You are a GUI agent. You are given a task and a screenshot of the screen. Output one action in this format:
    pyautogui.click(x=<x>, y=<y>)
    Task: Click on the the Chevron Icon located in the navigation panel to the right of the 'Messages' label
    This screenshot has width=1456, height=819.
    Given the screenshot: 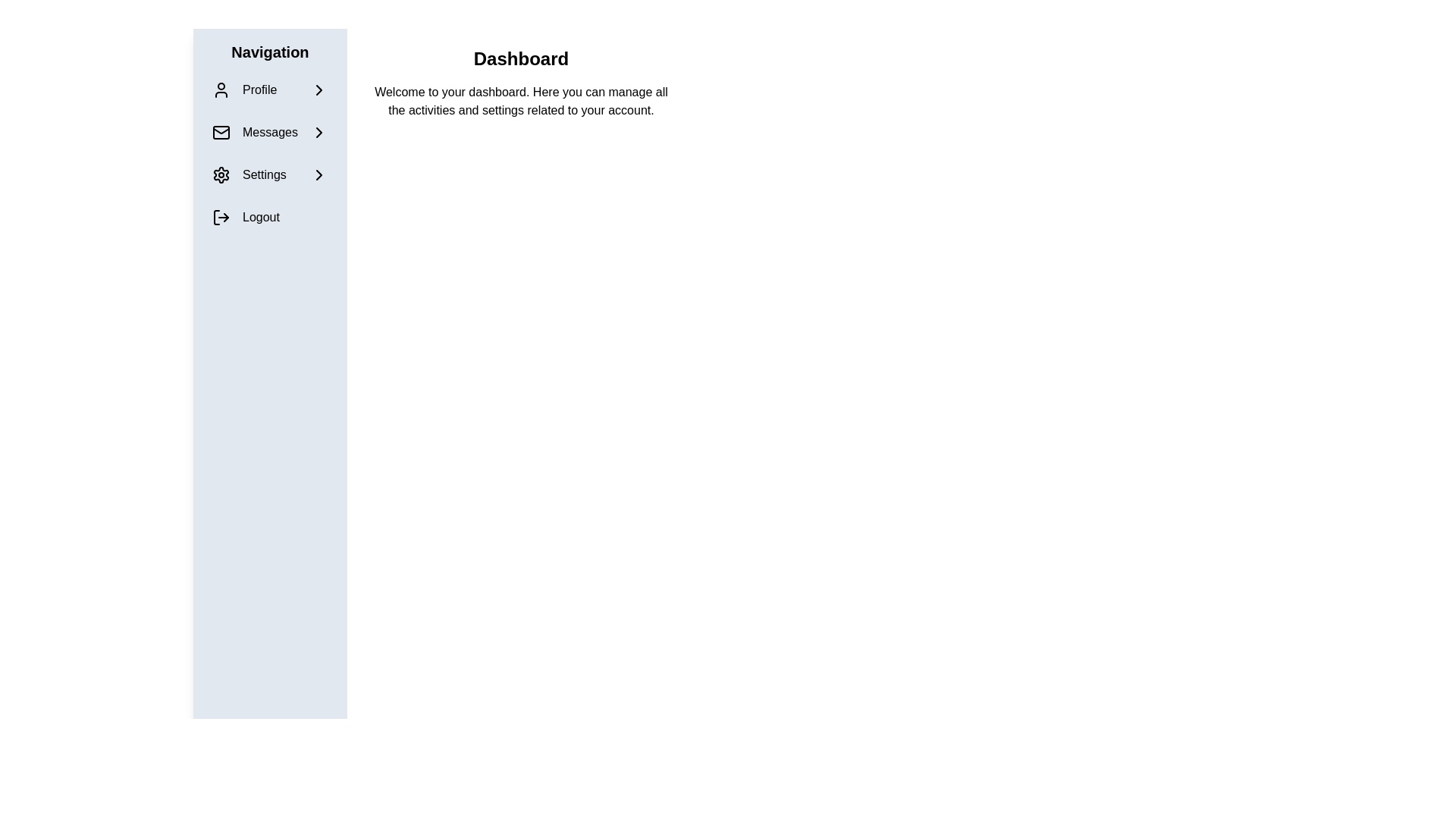 What is the action you would take?
    pyautogui.click(x=318, y=131)
    